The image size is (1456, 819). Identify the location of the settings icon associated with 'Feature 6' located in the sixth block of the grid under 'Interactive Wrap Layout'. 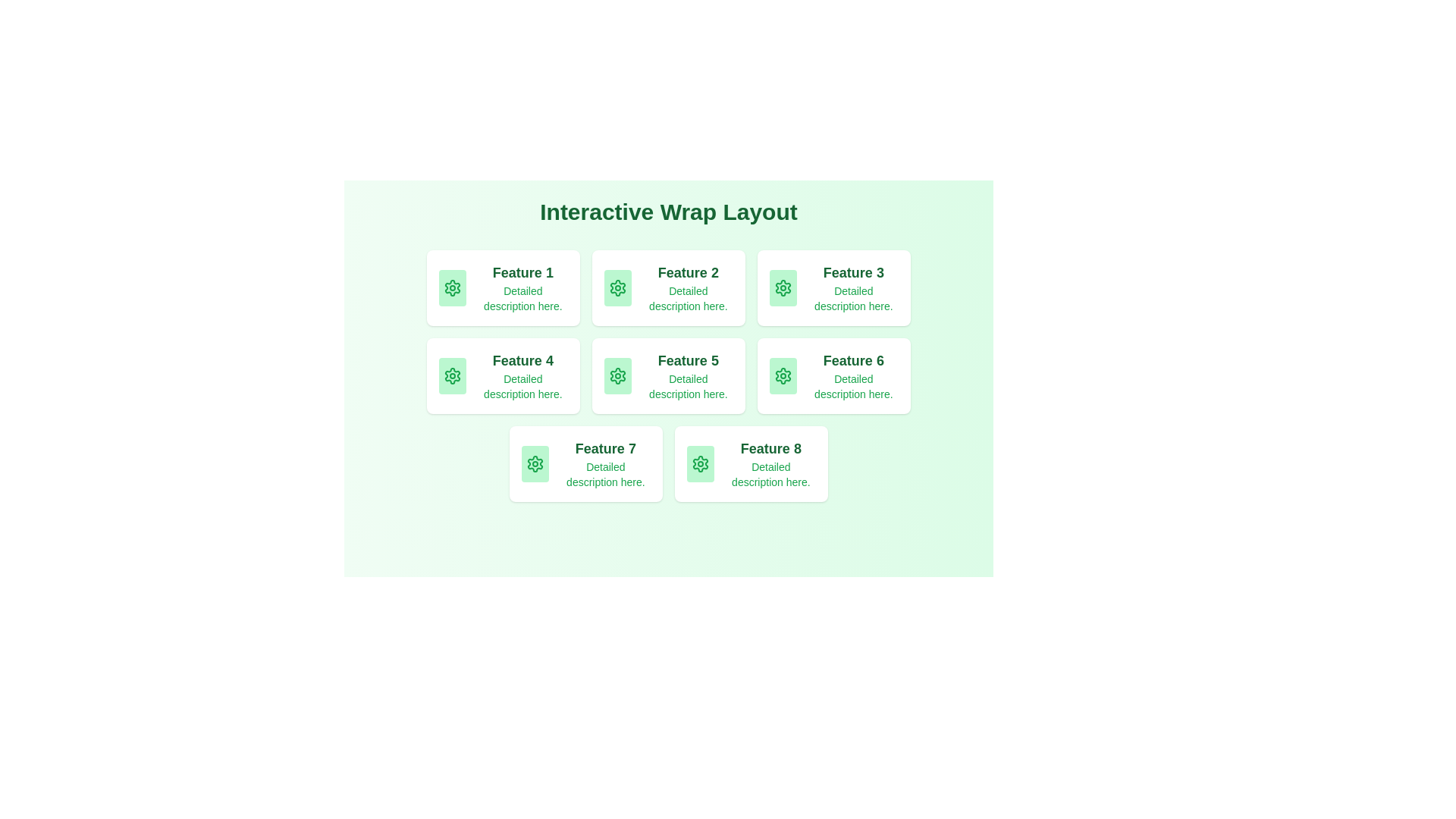
(783, 375).